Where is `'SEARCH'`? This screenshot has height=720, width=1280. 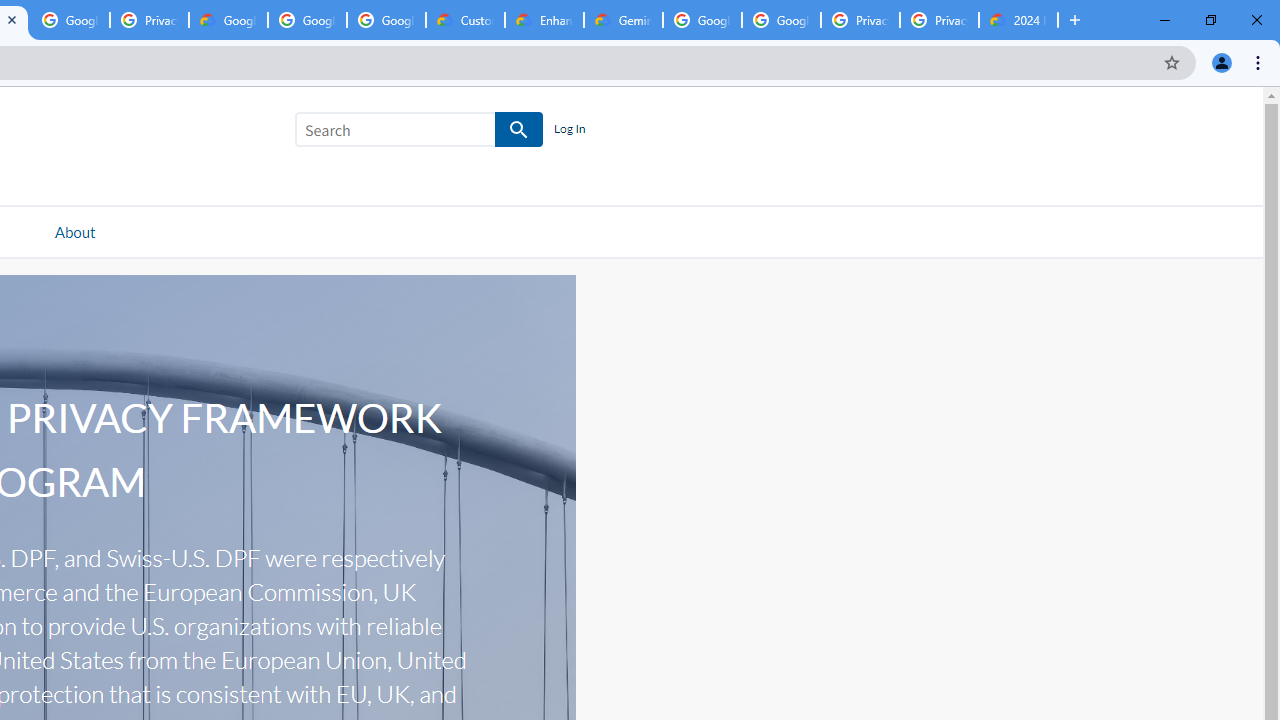 'SEARCH' is located at coordinates (519, 130).